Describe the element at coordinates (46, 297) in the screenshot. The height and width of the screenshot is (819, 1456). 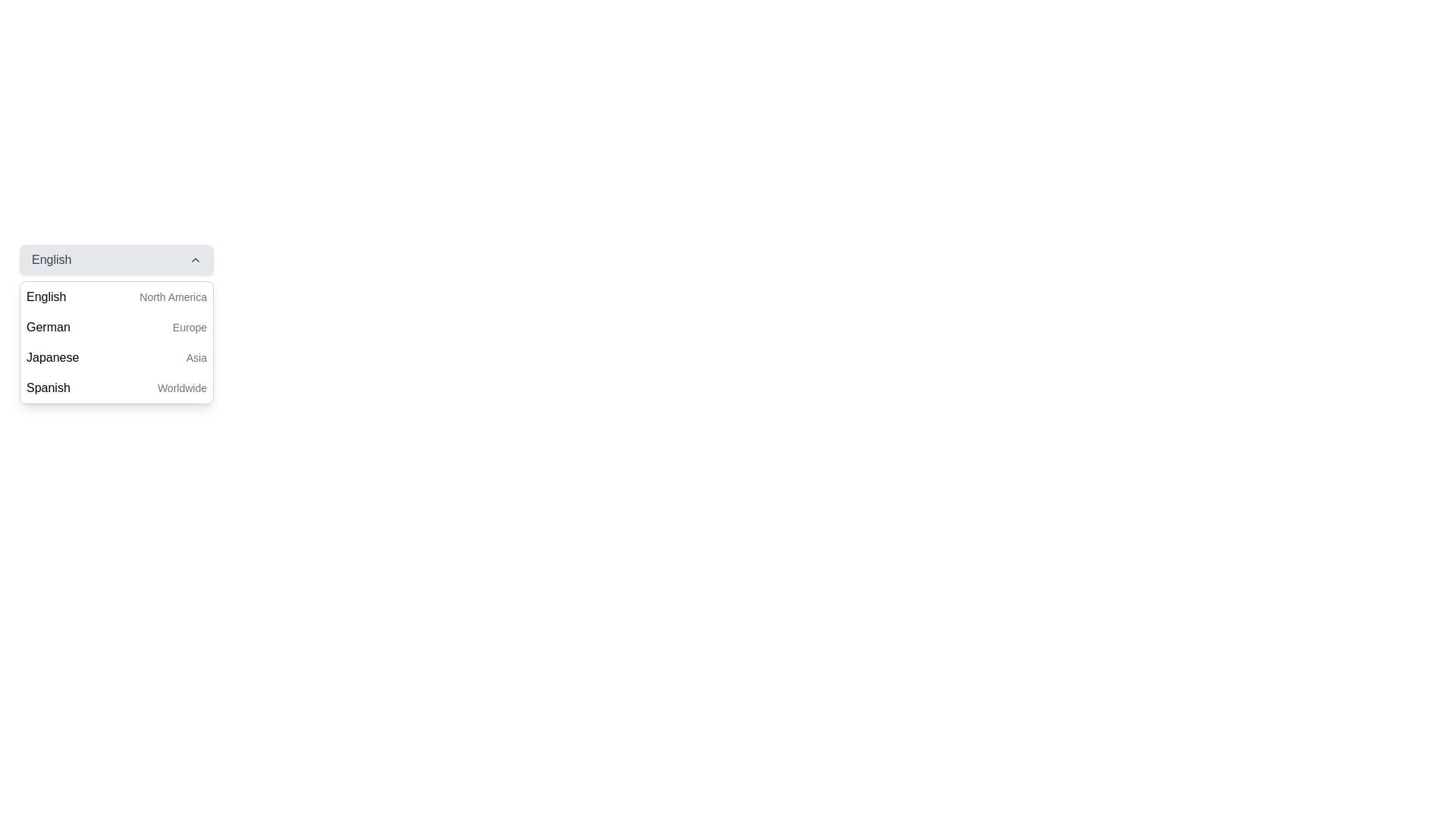
I see `the 'English' text label within the dropdown menu` at that location.